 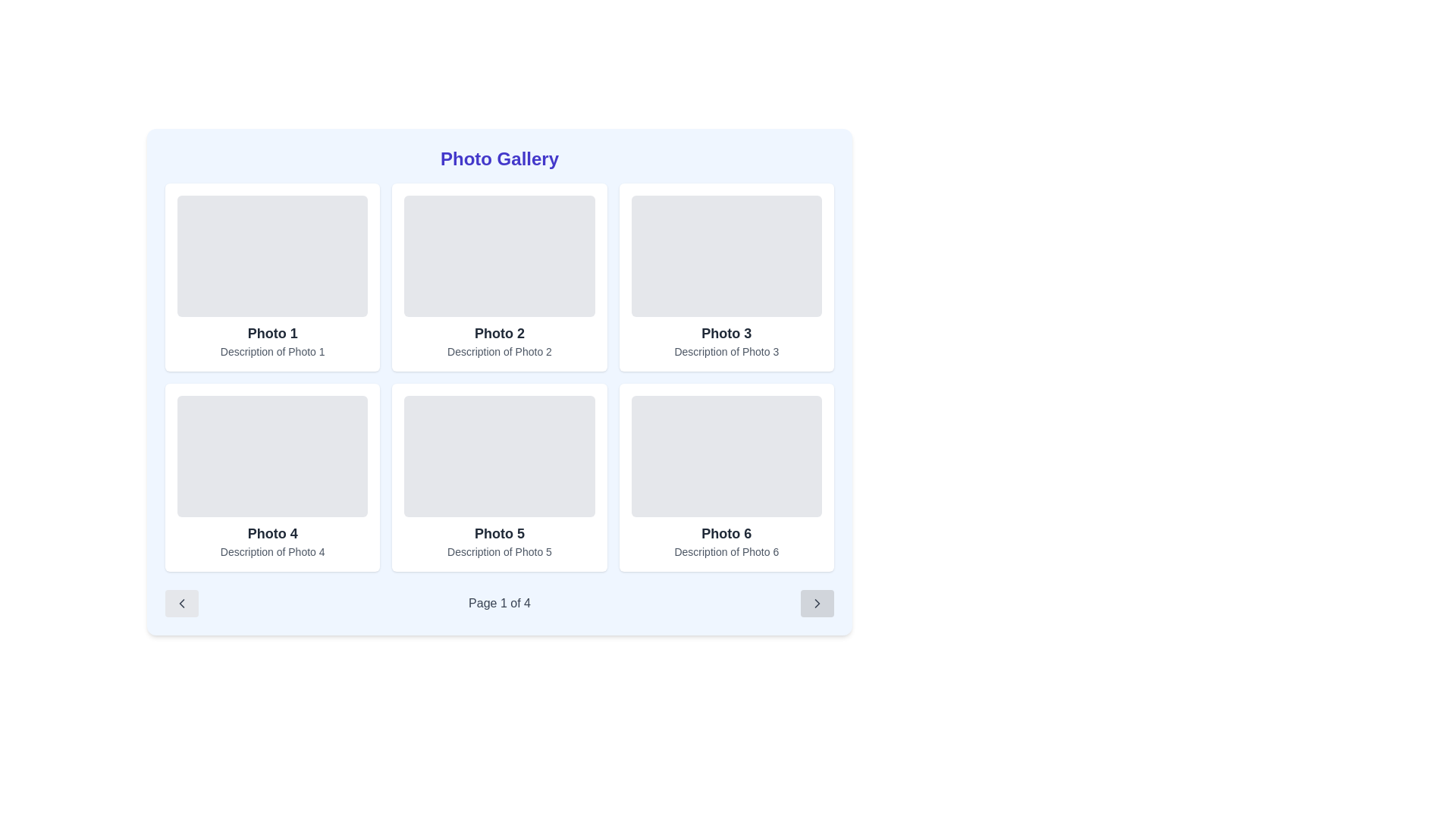 What do you see at coordinates (816, 602) in the screenshot?
I see `the Chevron Right icon located at the bottom-right corner of the interface, which serves as a navigation button for advancing to the next page in a gallery or list view` at bounding box center [816, 602].